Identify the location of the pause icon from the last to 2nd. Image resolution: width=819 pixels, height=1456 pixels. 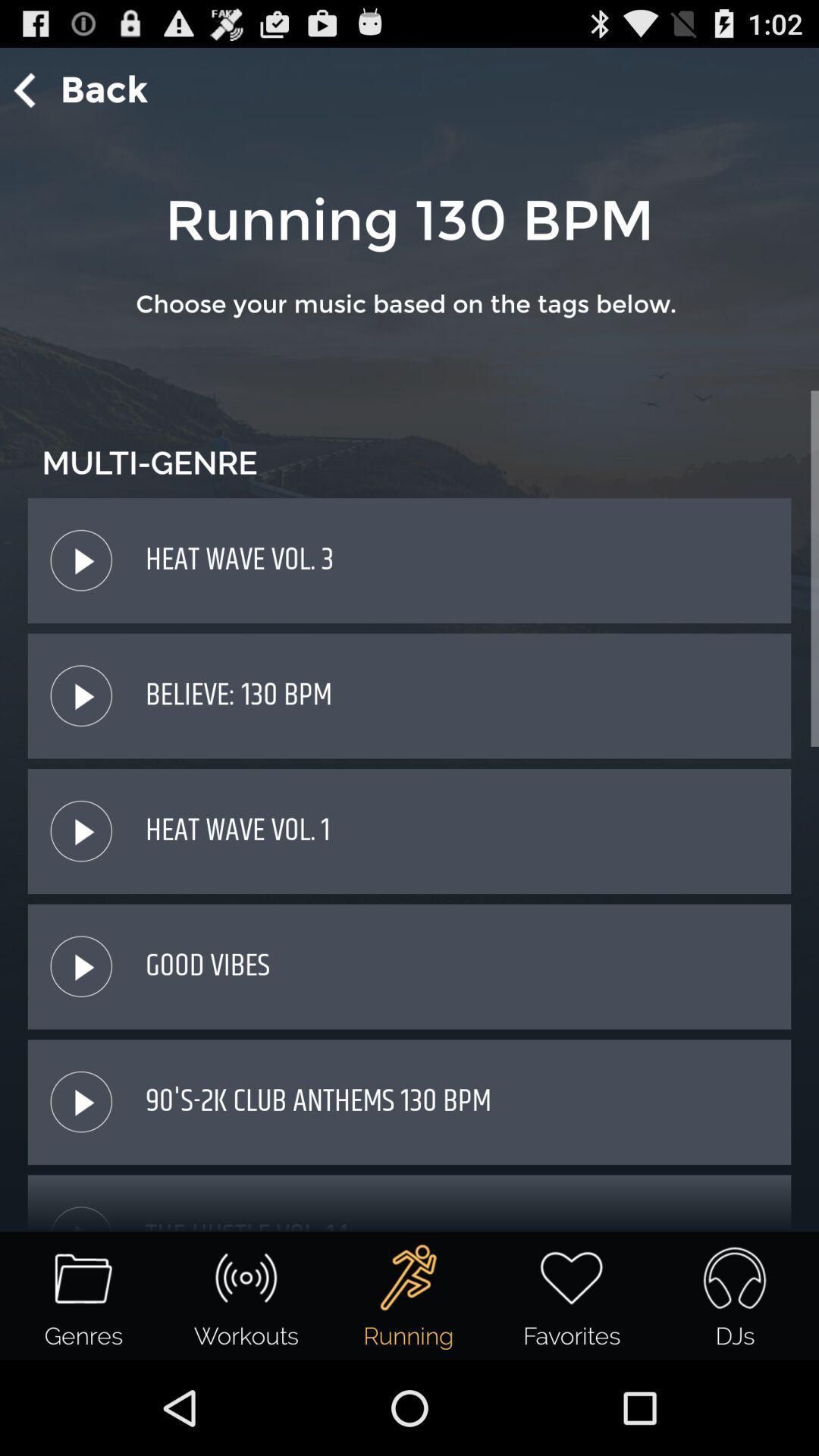
(81, 965).